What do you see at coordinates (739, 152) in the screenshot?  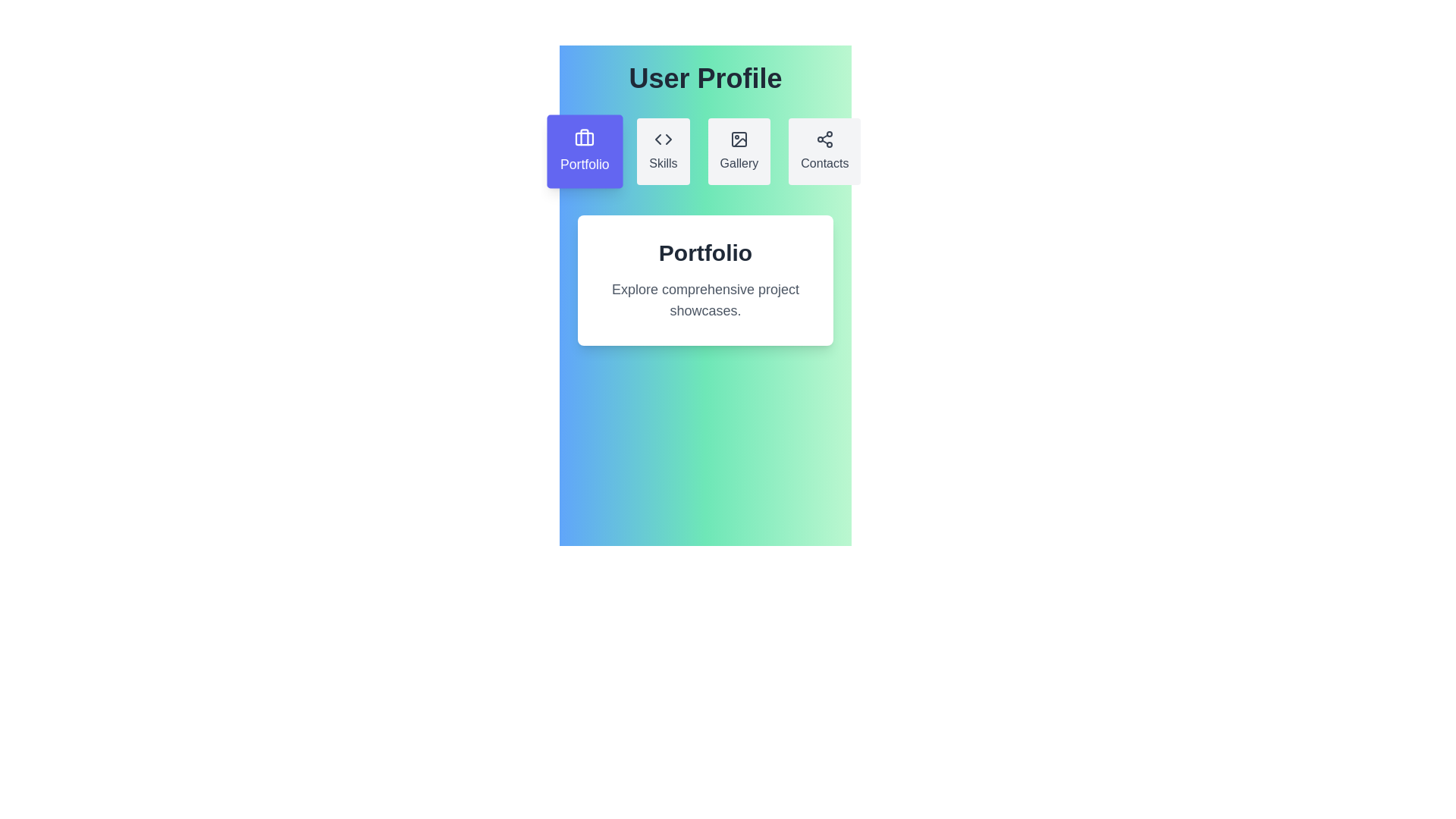 I see `the tab labeled Gallery to switch the active content` at bounding box center [739, 152].